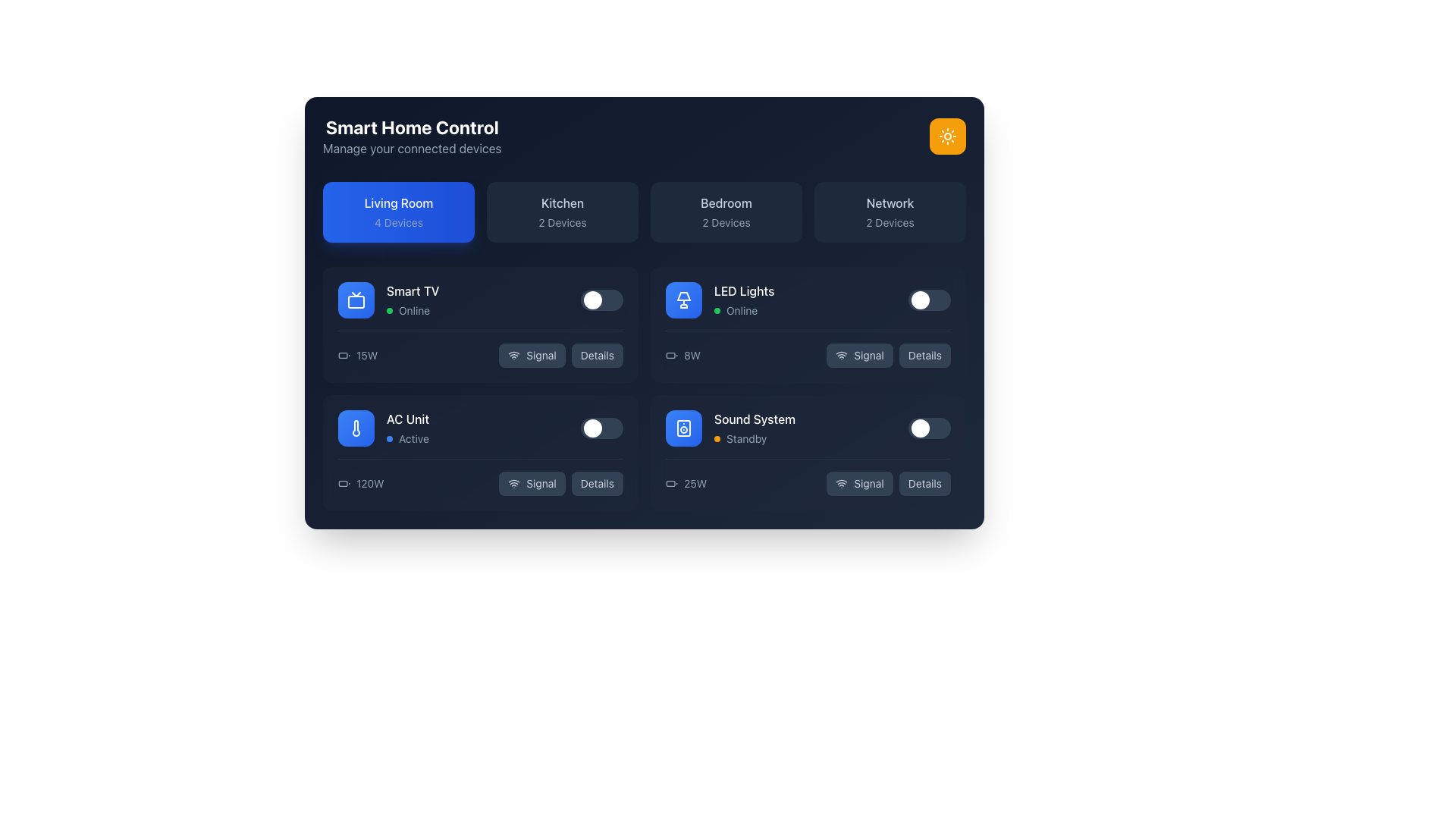  What do you see at coordinates (946, 136) in the screenshot?
I see `the button located in the top-right corner of the 'Smart Home Control' interface` at bounding box center [946, 136].